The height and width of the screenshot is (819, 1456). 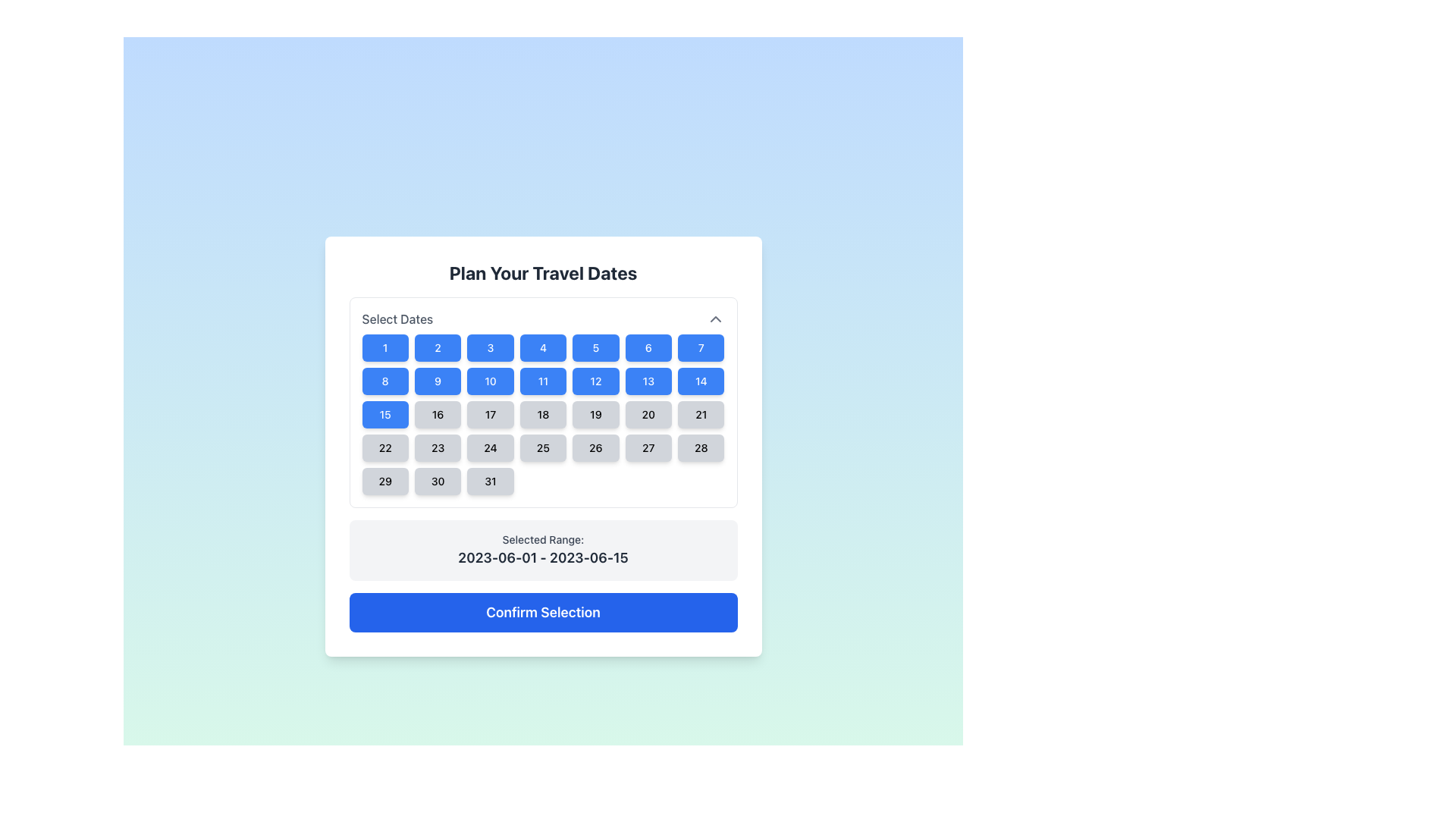 What do you see at coordinates (437, 415) in the screenshot?
I see `the button displaying the number '16' in bold black text, which is located in the third row and second column of the calendar grid` at bounding box center [437, 415].